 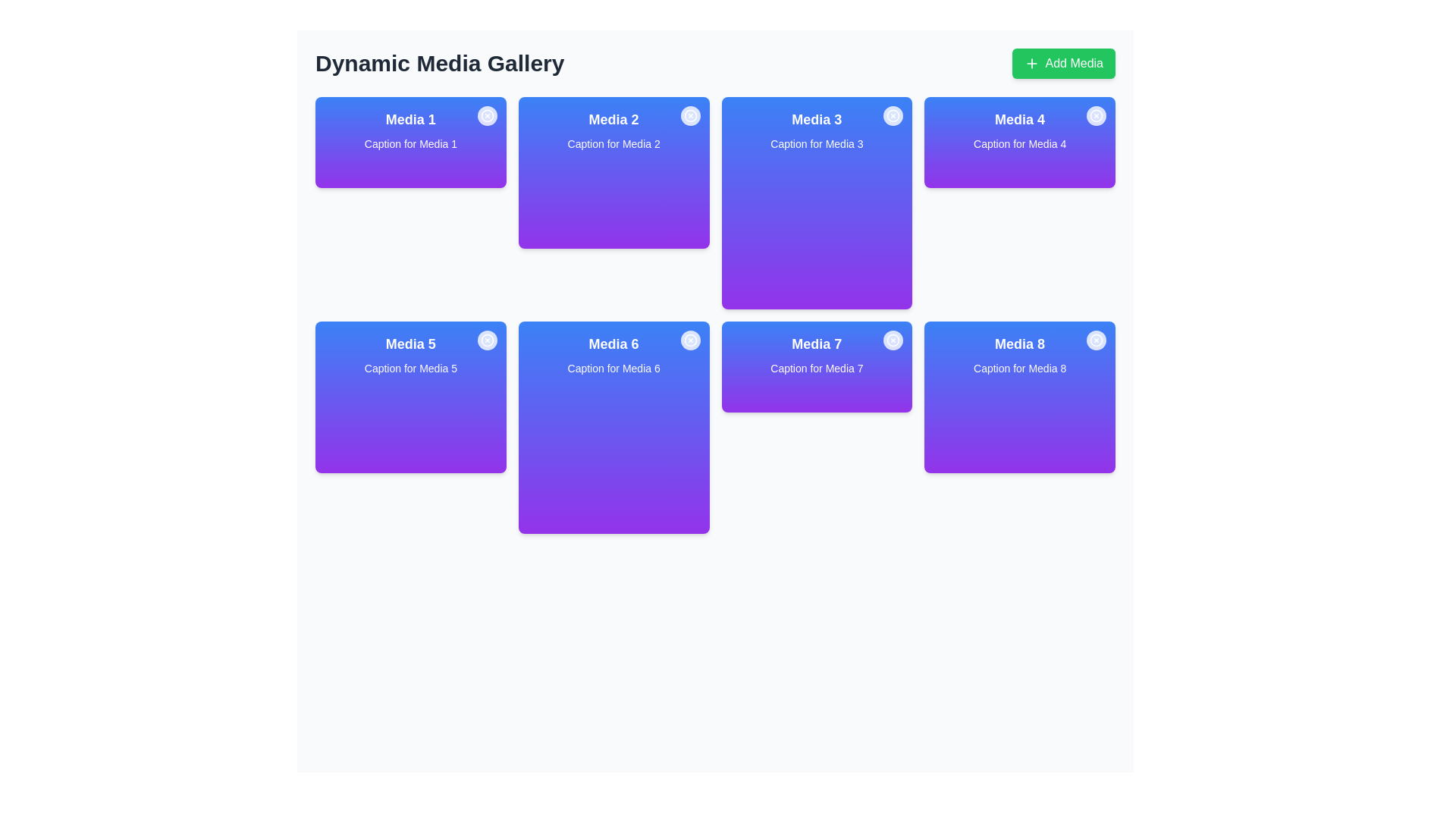 What do you see at coordinates (1062, 63) in the screenshot?
I see `the green 'Add Media' button with a plus icon` at bounding box center [1062, 63].